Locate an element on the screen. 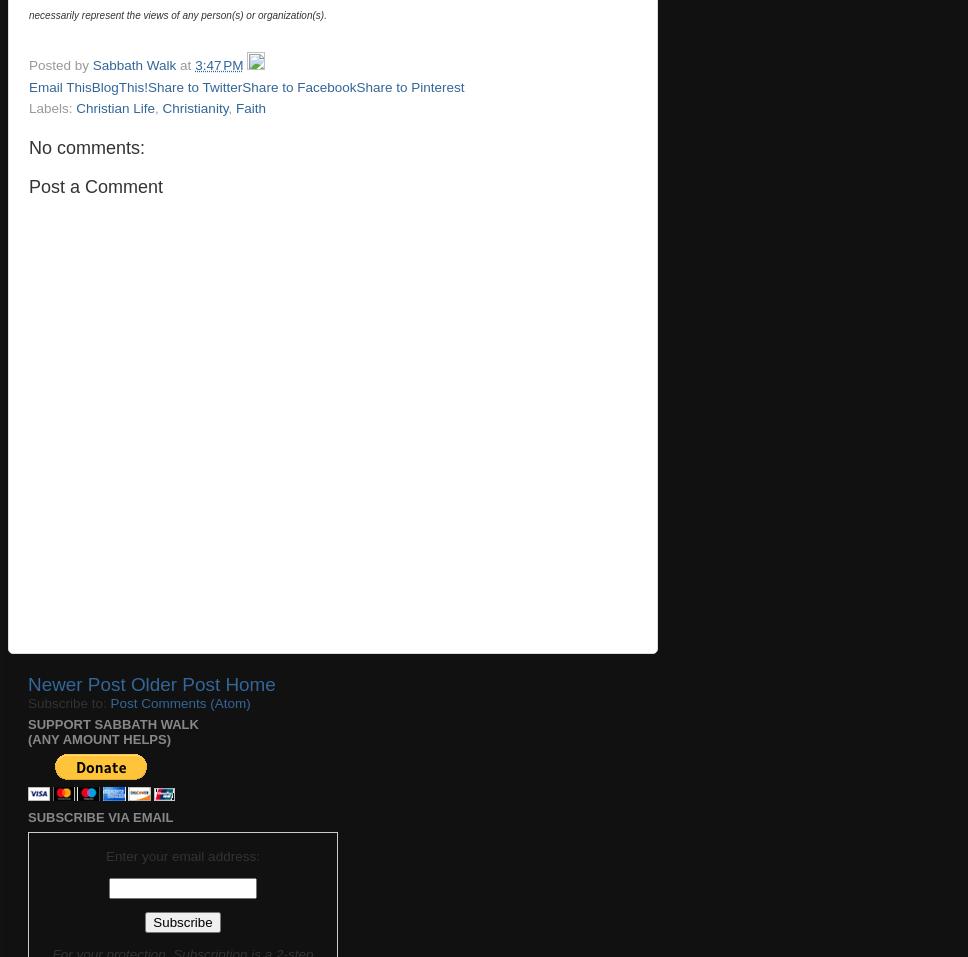  'Posted by' is located at coordinates (29, 64).